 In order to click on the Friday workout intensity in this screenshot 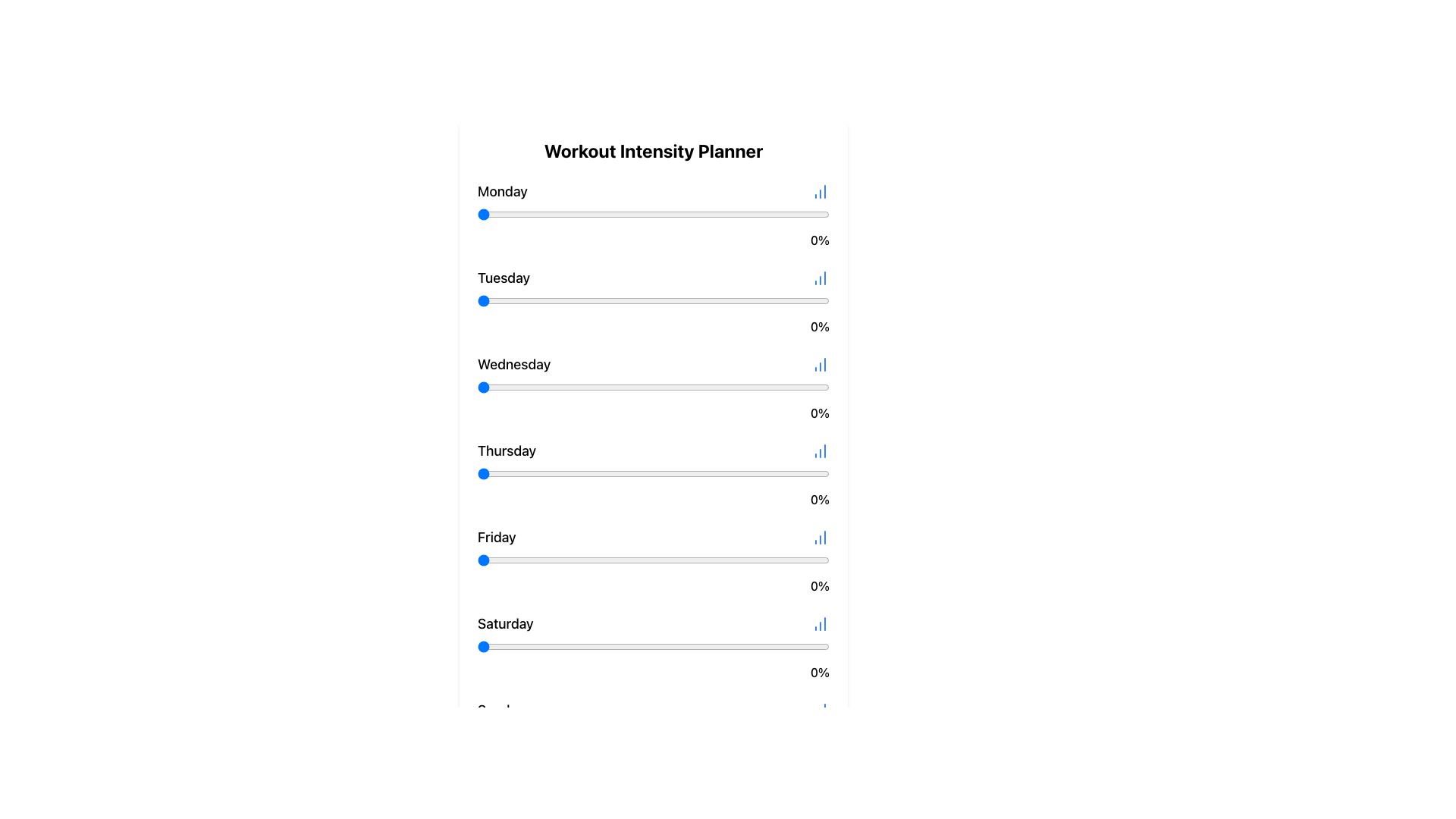, I will do `click(519, 560)`.